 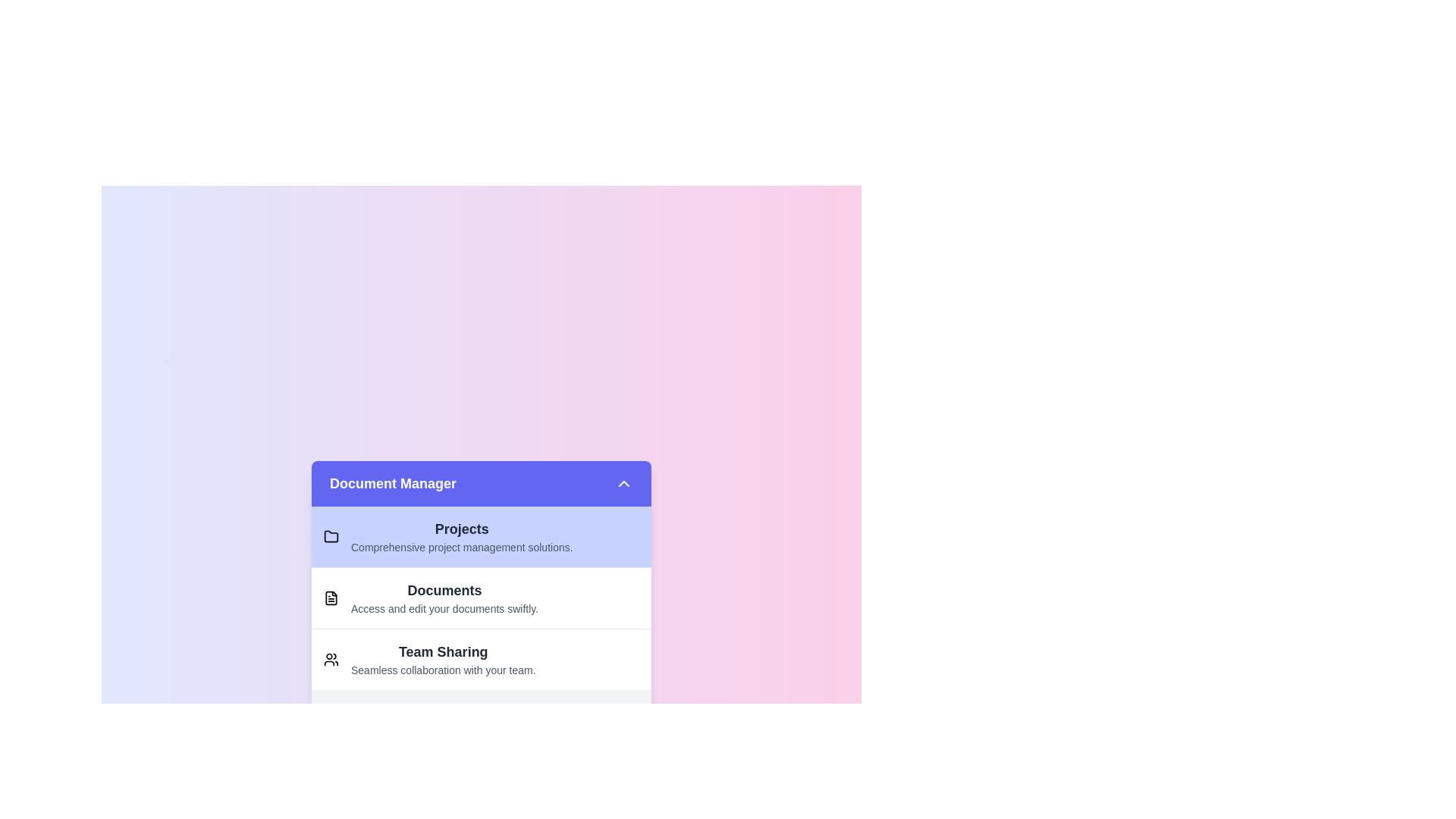 I want to click on the item corresponding to Team Sharing to highlight it, so click(x=480, y=658).